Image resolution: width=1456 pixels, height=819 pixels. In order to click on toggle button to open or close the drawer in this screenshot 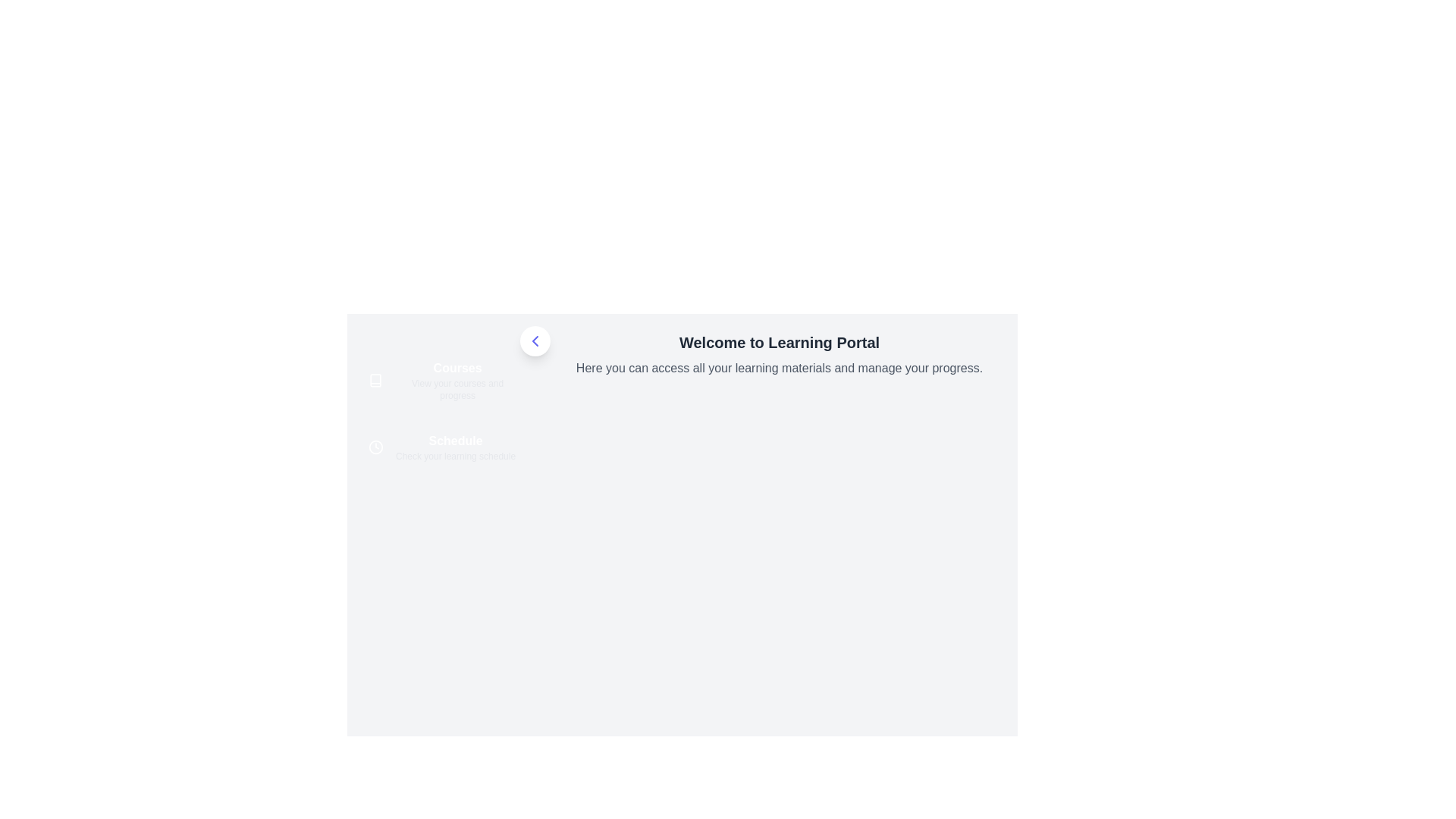, I will do `click(535, 341)`.